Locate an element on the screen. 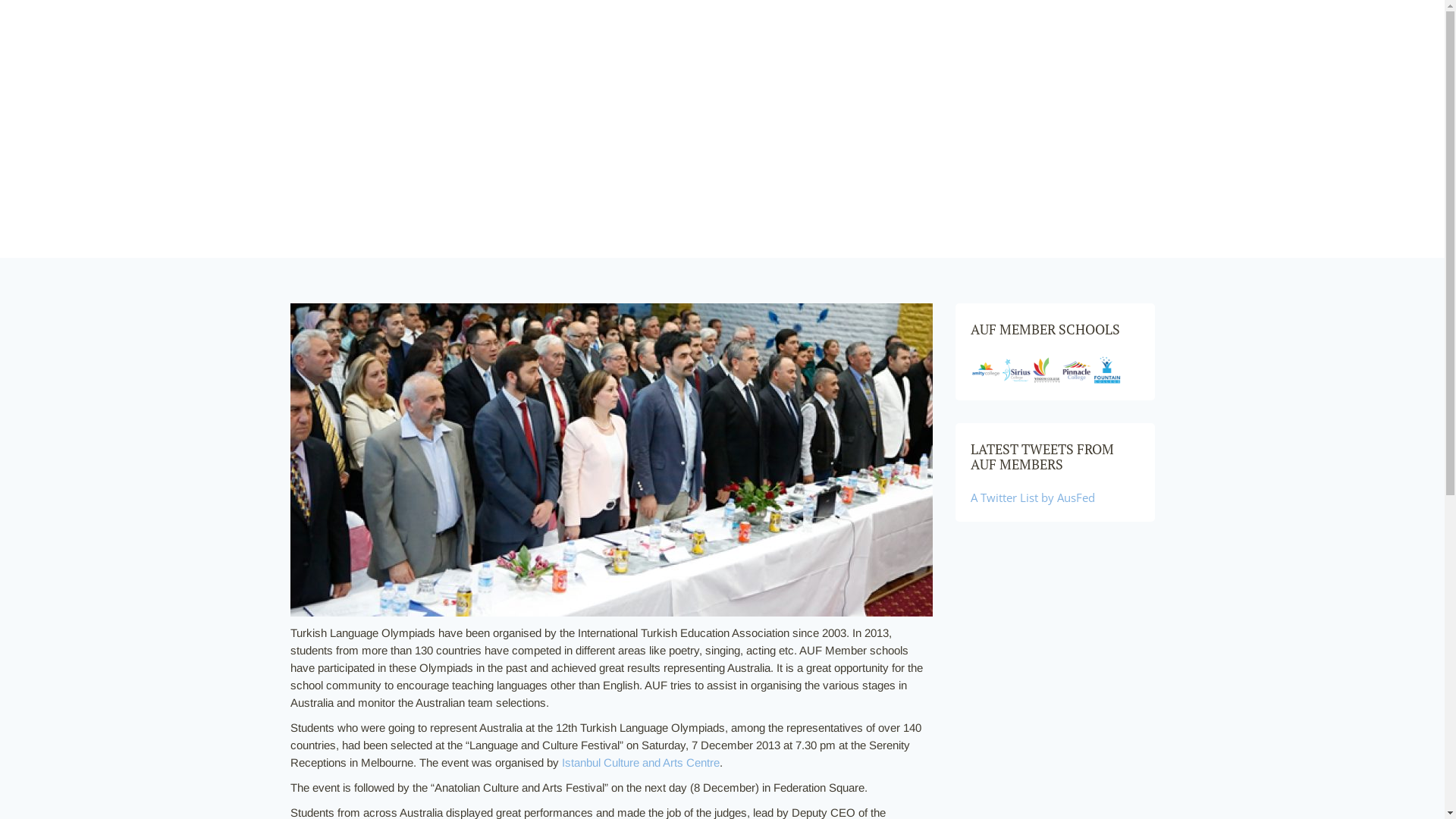  'Istanbul Culture and Arts Centre' is located at coordinates (640, 762).